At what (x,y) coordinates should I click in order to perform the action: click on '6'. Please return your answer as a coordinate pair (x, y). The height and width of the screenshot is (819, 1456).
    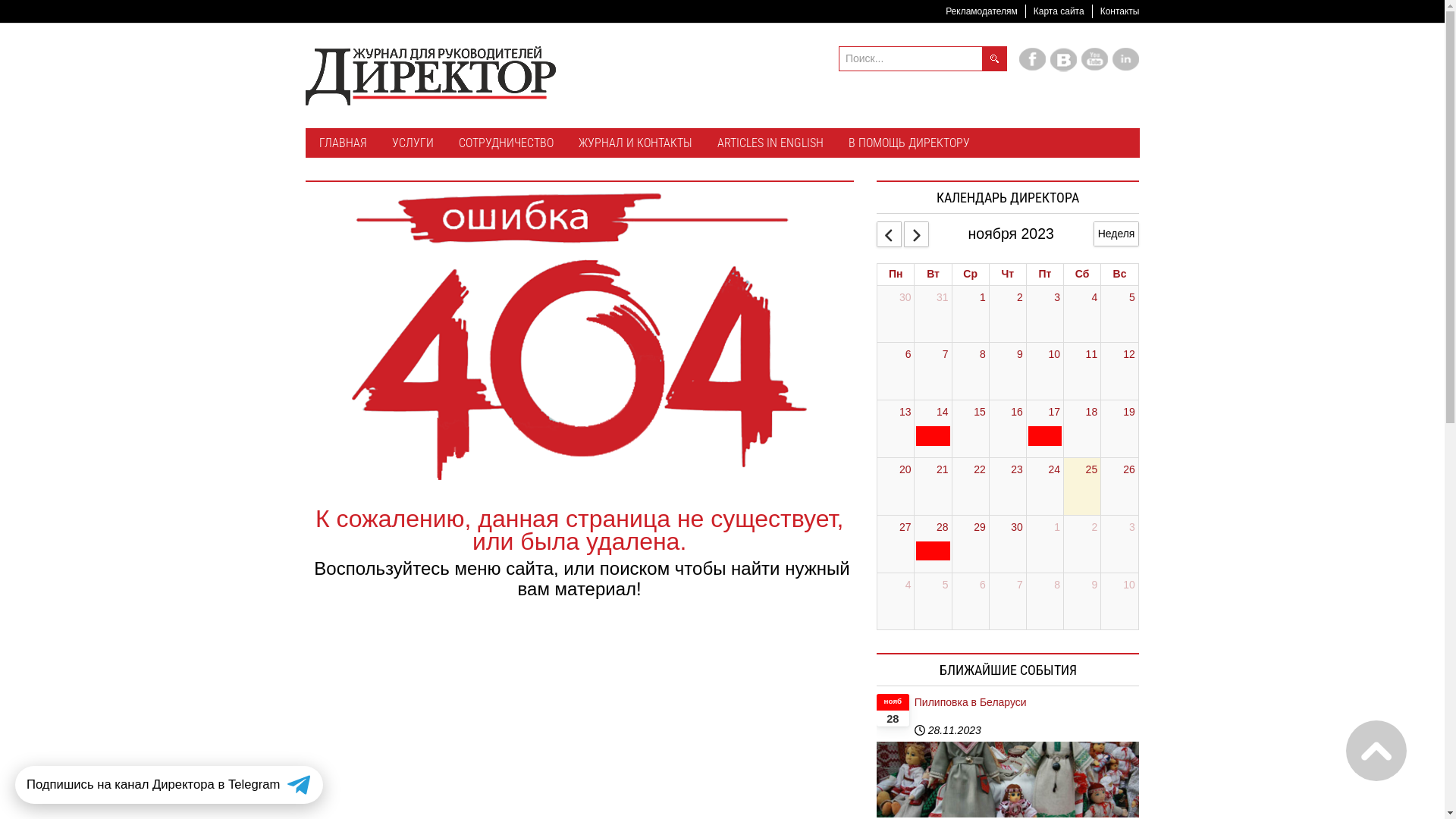
    Looking at the image, I should click on (908, 354).